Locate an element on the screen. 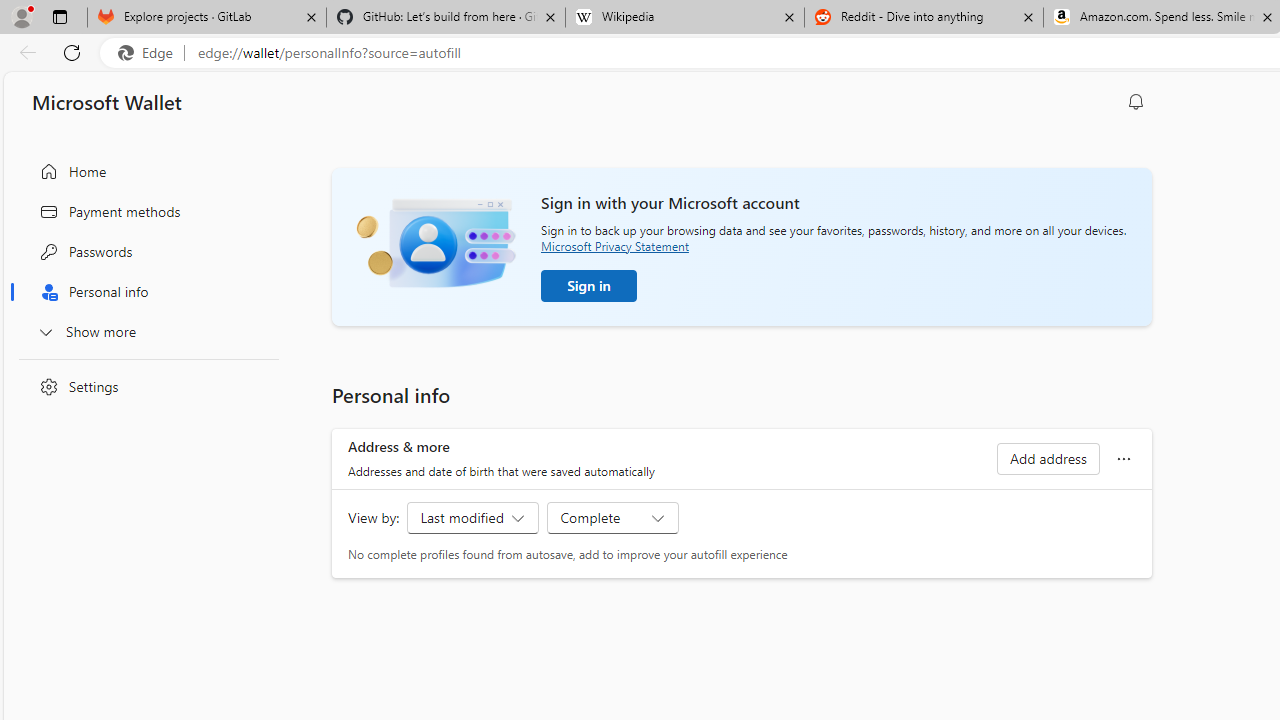 The height and width of the screenshot is (720, 1280). 'Edge' is located at coordinates (149, 52).